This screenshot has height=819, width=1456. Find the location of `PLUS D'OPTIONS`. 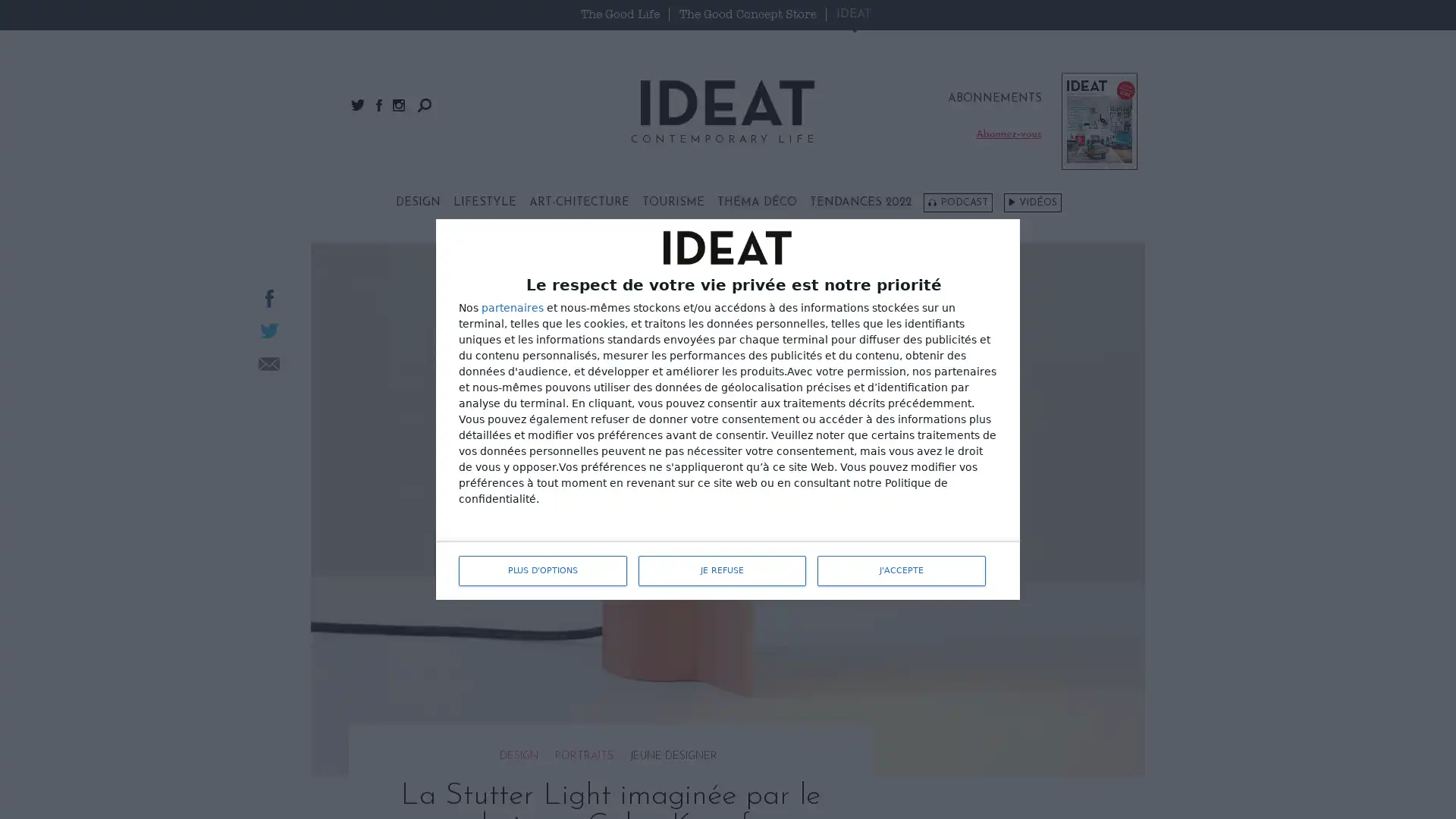

PLUS D'OPTIONS is located at coordinates (542, 570).